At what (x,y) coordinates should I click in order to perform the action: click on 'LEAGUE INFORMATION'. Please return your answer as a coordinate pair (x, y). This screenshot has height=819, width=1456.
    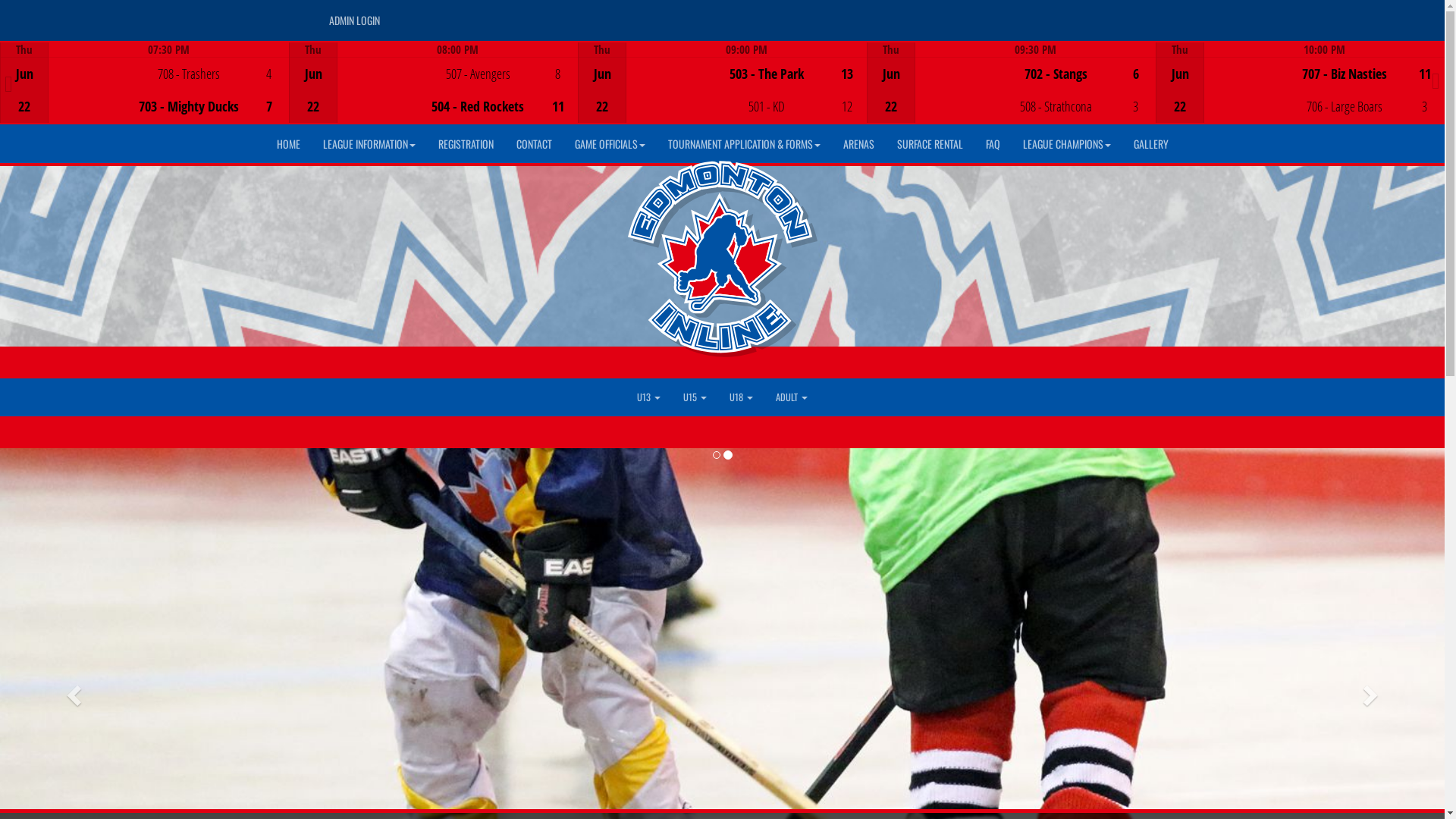
    Looking at the image, I should click on (309, 143).